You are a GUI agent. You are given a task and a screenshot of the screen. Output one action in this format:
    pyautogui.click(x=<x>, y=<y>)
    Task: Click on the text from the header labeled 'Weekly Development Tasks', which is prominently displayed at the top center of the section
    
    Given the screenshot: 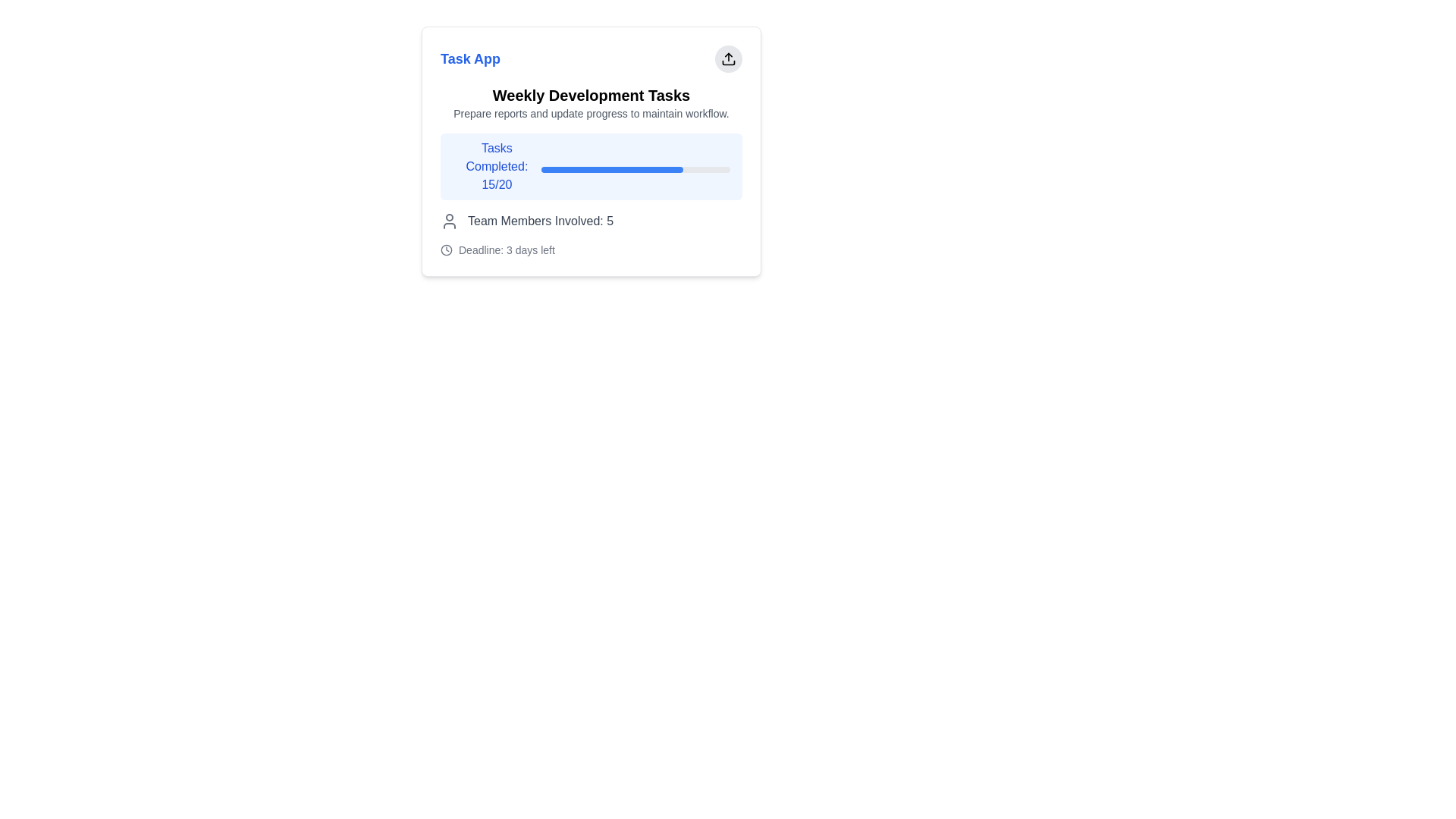 What is the action you would take?
    pyautogui.click(x=590, y=96)
    